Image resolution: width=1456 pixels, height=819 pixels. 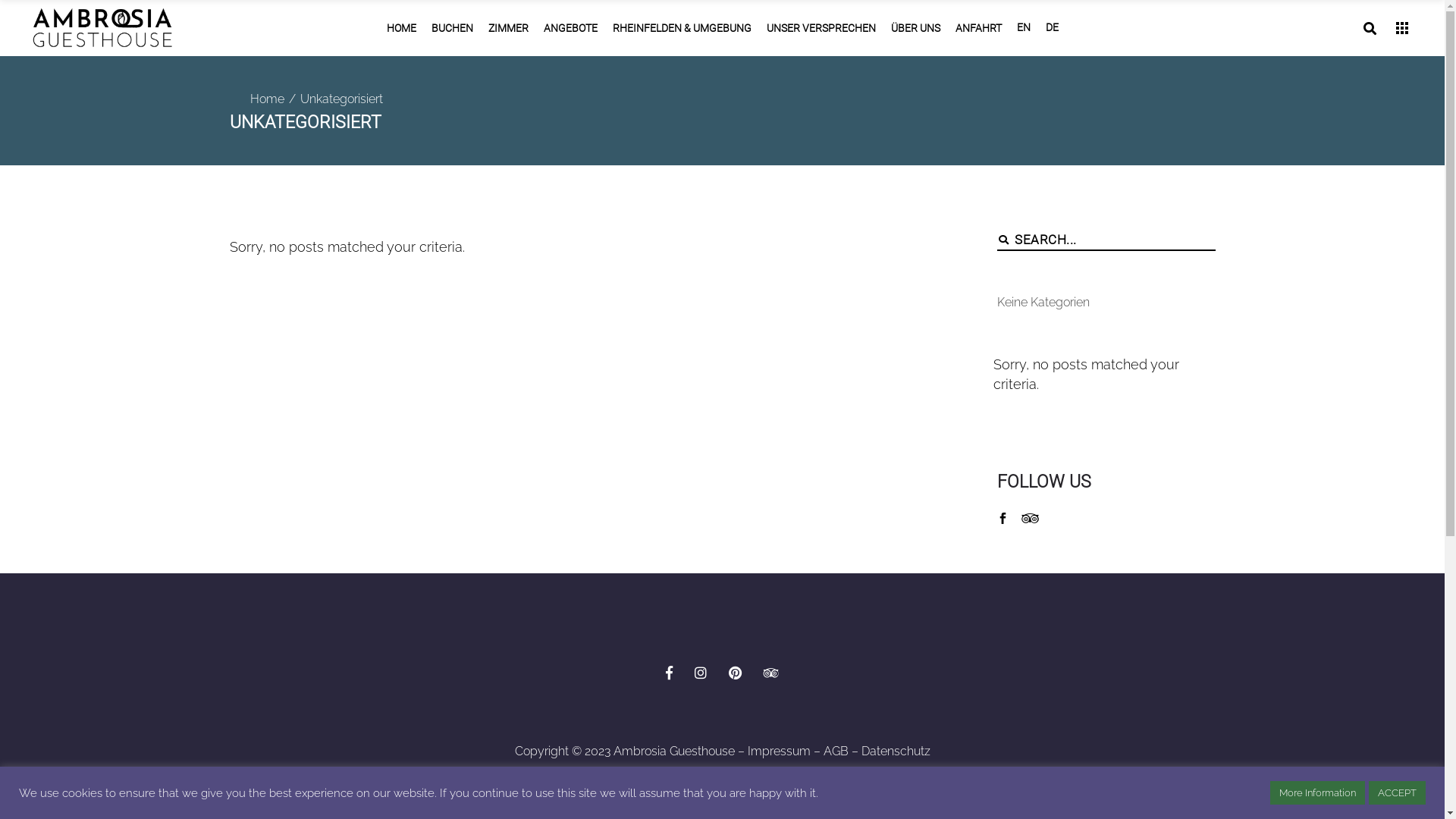 I want to click on 'Search for:', so click(x=1115, y=239).